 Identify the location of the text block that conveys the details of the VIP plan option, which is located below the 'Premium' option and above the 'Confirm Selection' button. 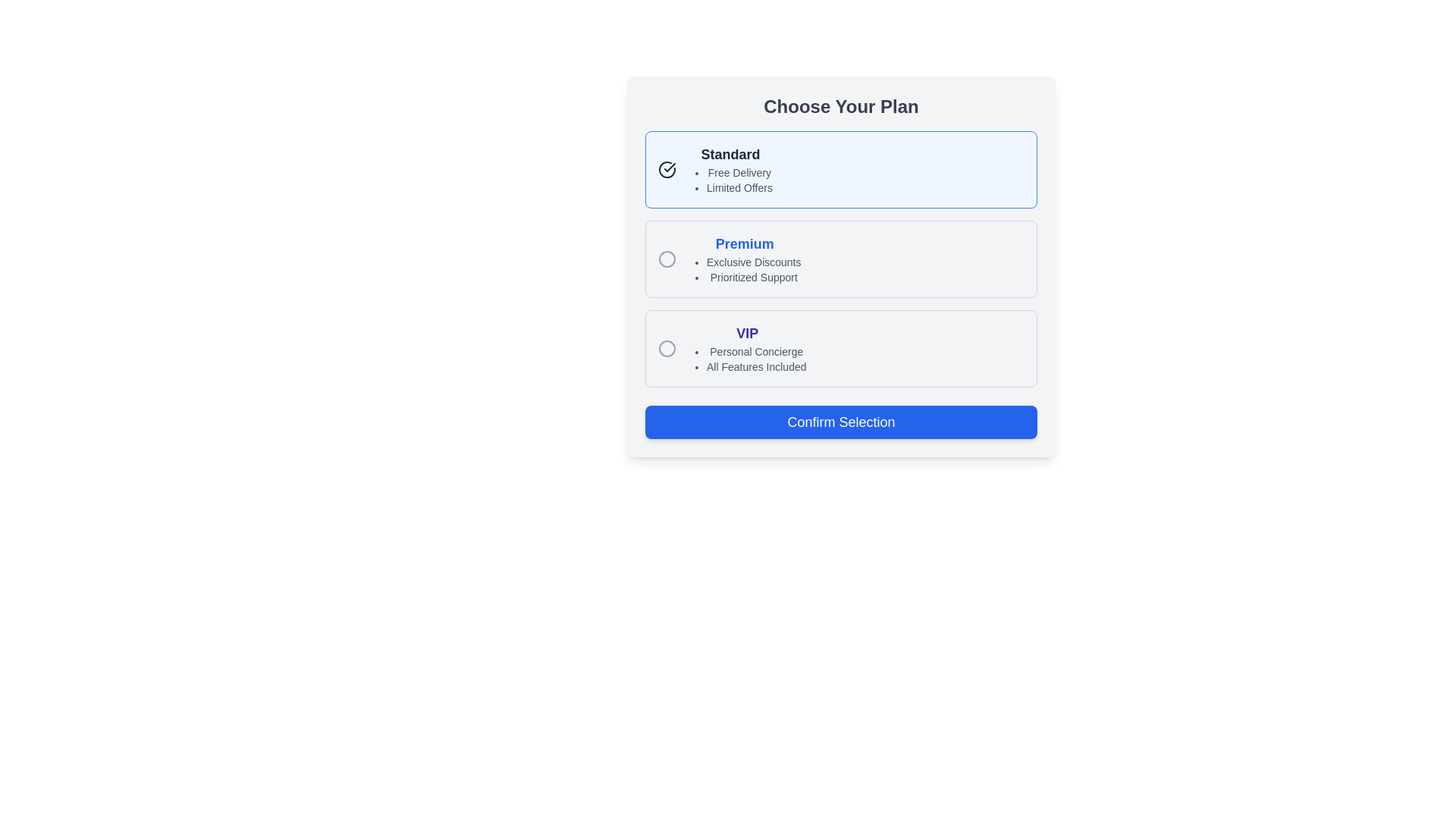
(747, 348).